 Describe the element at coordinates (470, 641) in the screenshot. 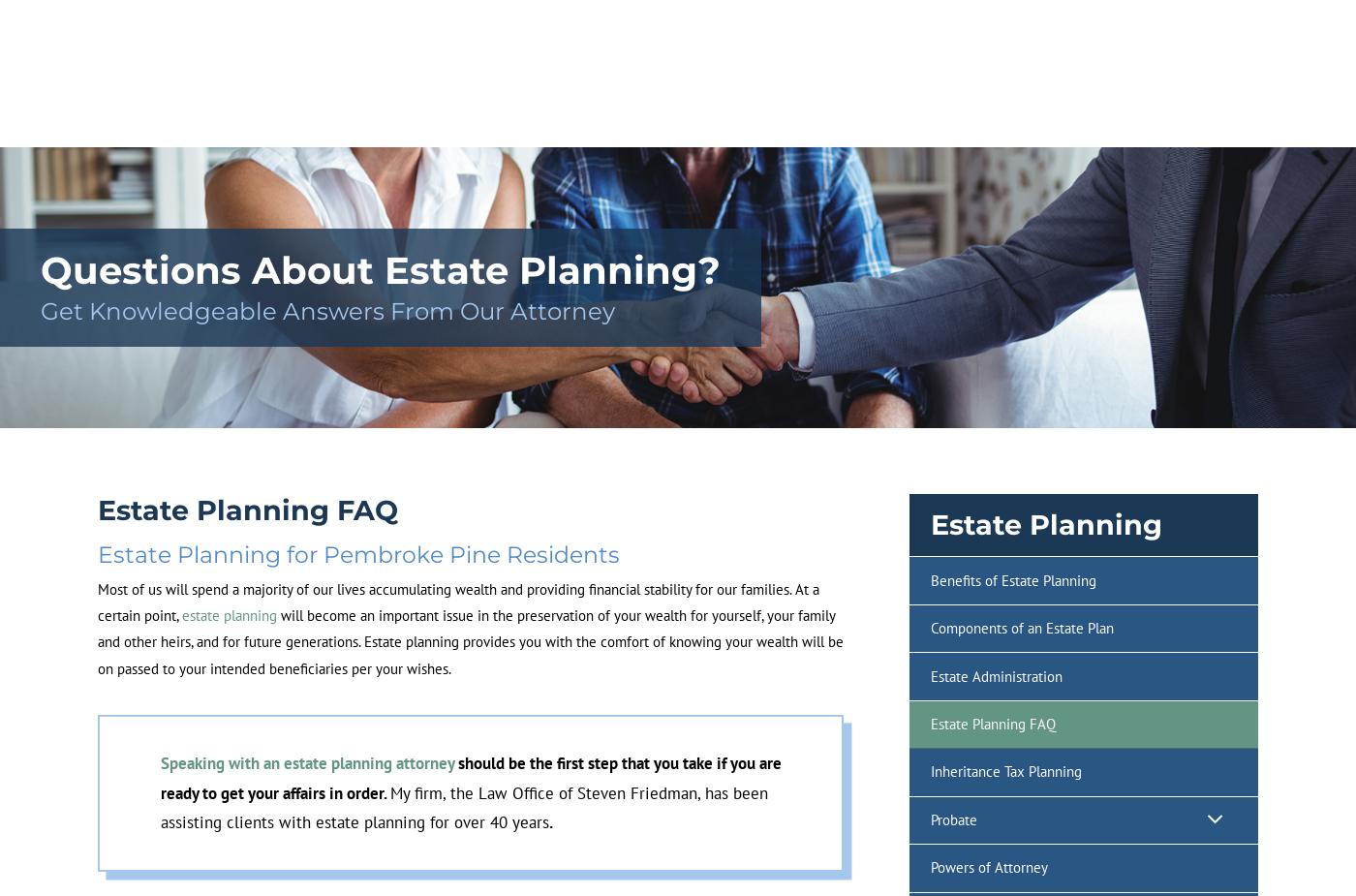

I see `'will become an important issue in the preservation of your wealth for
	 yourself, your family and other heirs, and for future generations. Estate
	 planning provides you with the comfort of knowing your wealth will be
	 on passed to your intended beneficiaries per your wishes.'` at that location.